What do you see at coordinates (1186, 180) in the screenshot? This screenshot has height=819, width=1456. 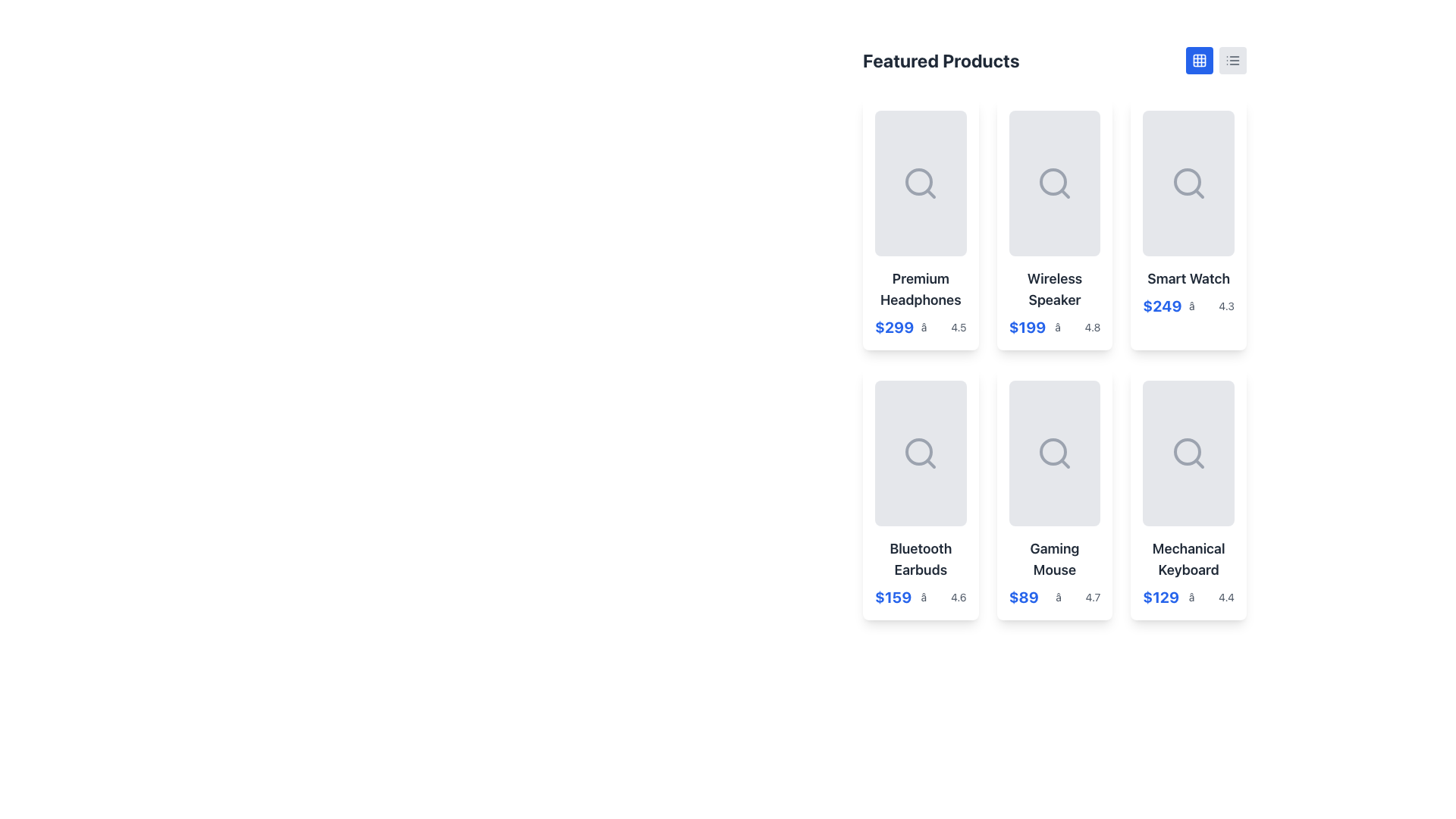 I see `the light gray circular icon resembling a magnifying glass located in the third card titled 'Smart Watch' in the product grid` at bounding box center [1186, 180].